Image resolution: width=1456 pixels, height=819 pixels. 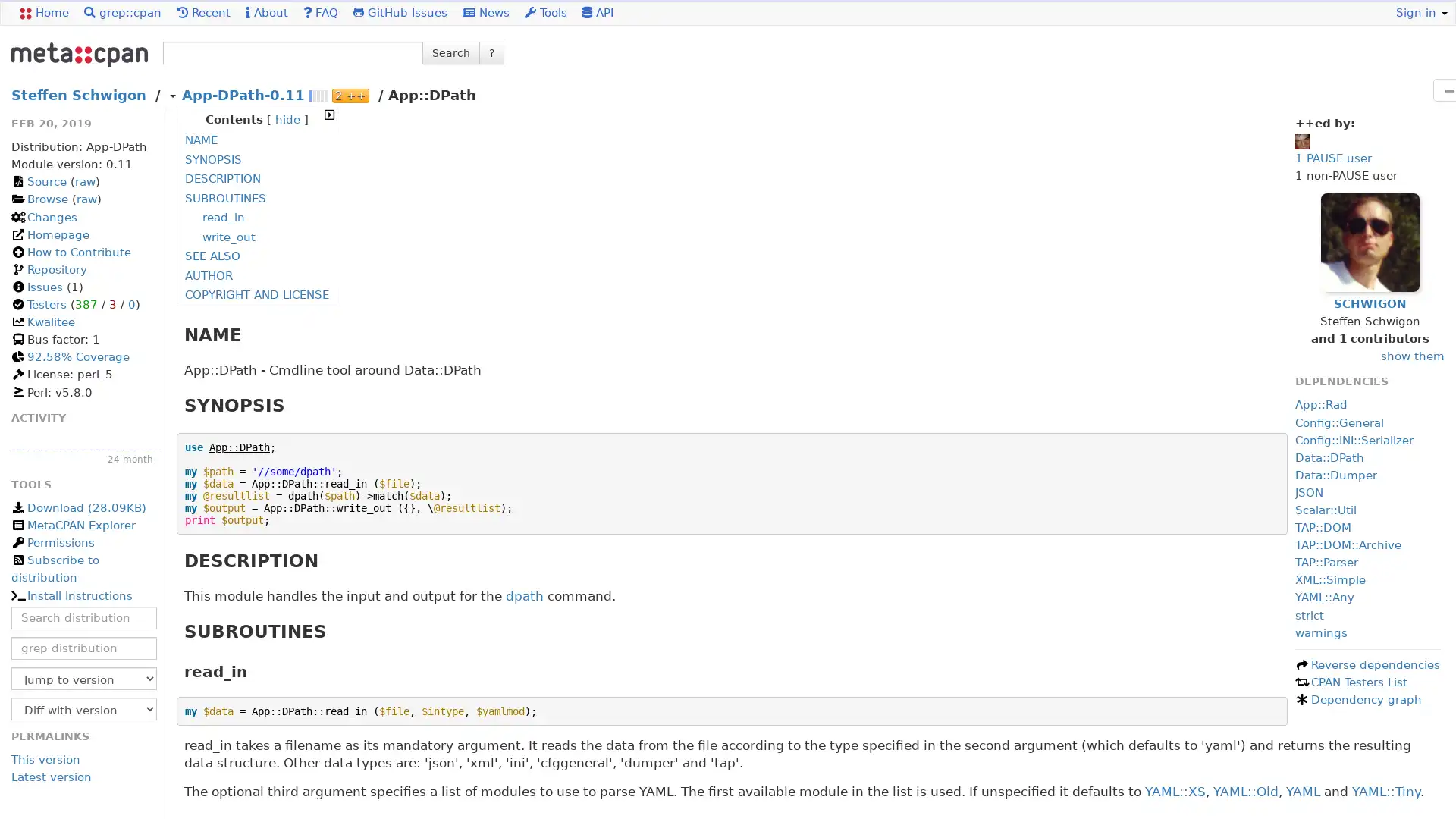 I want to click on hide, so click(x=287, y=119).